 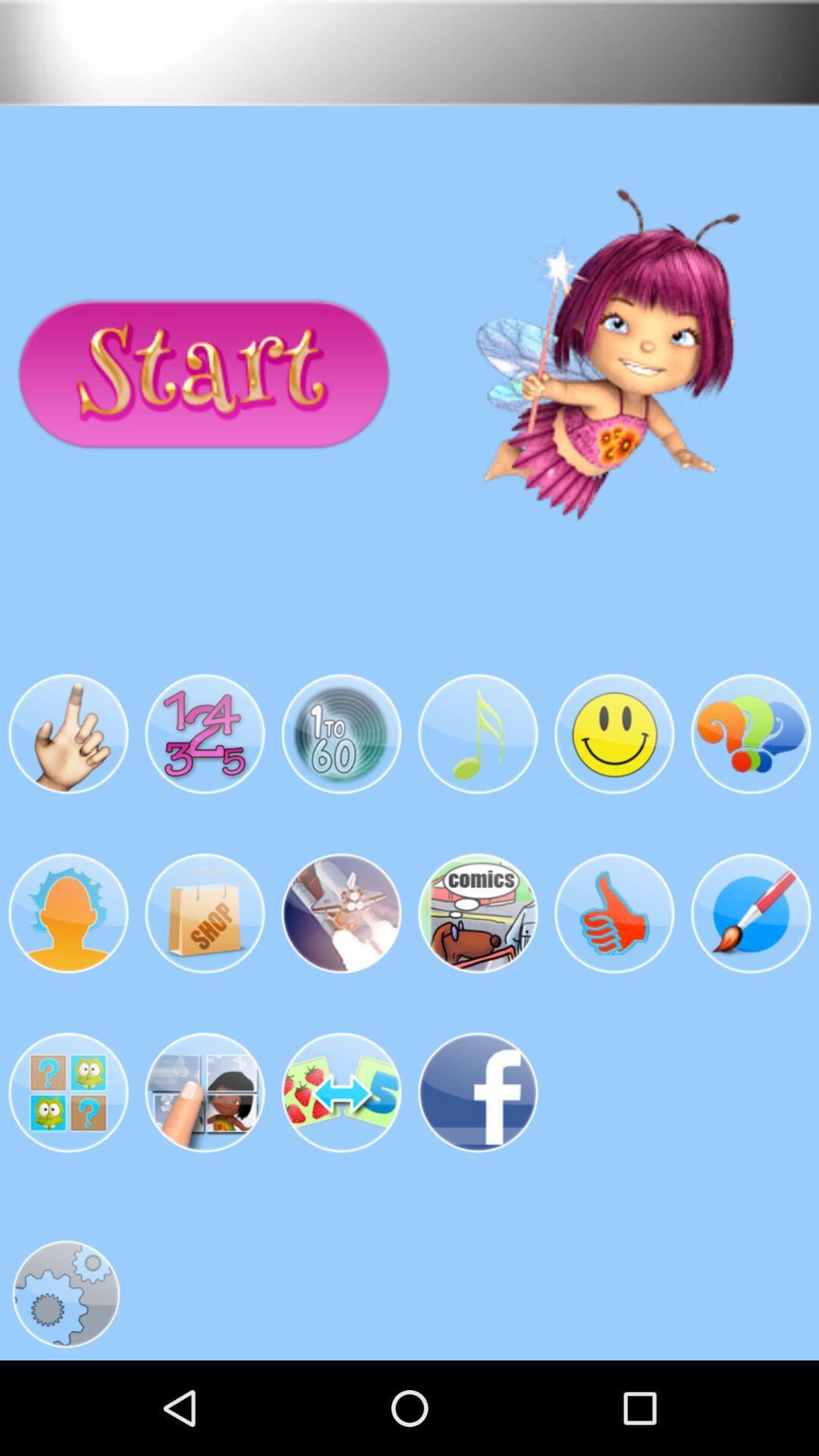 I want to click on the 3rd image from left in the second row of symbols below start, so click(x=341, y=912).